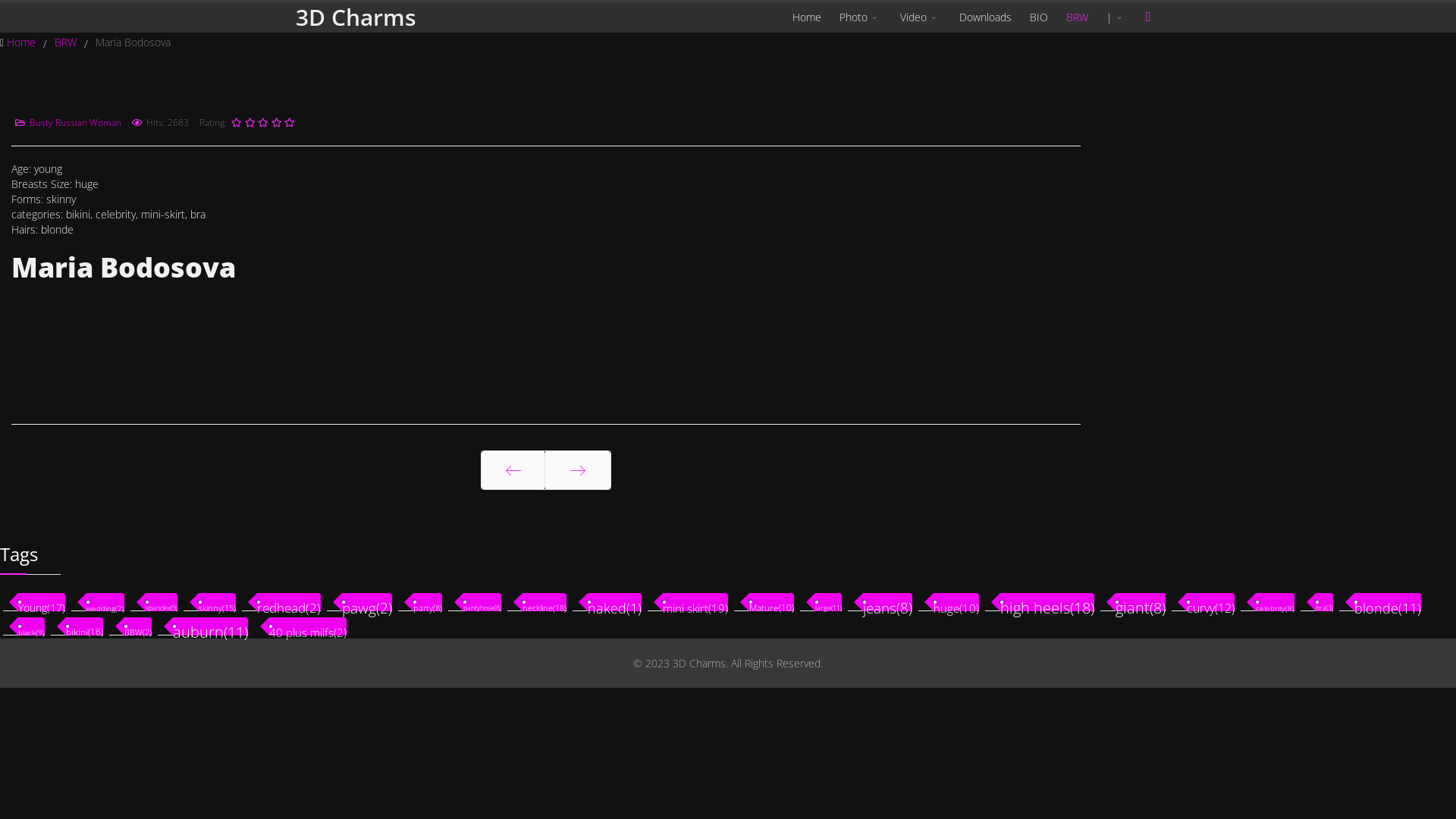 The width and height of the screenshot is (1456, 819). I want to click on 'pawg(2)', so click(341, 601).